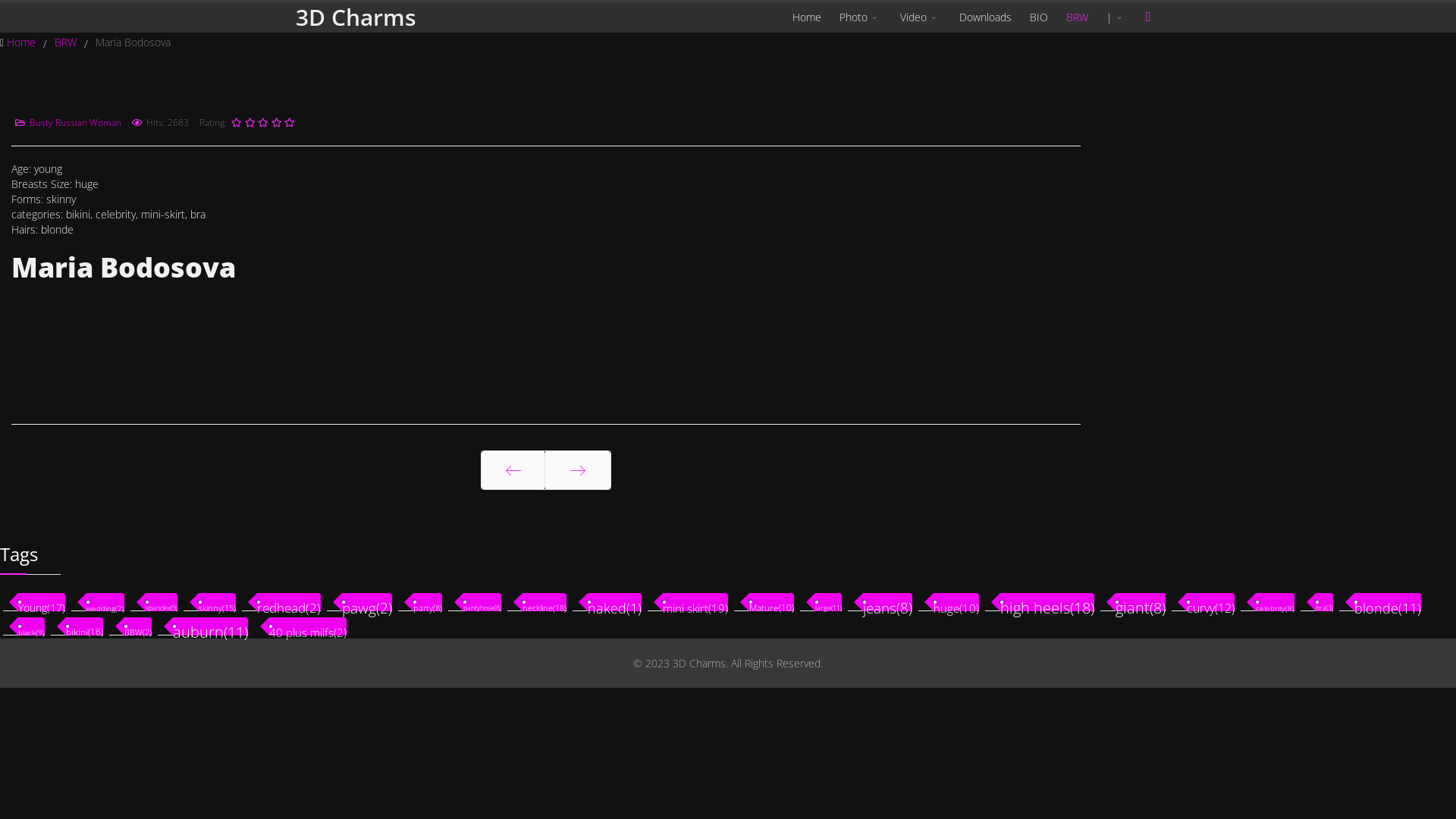 The width and height of the screenshot is (1456, 819). I want to click on 'pawg(2)', so click(341, 601).